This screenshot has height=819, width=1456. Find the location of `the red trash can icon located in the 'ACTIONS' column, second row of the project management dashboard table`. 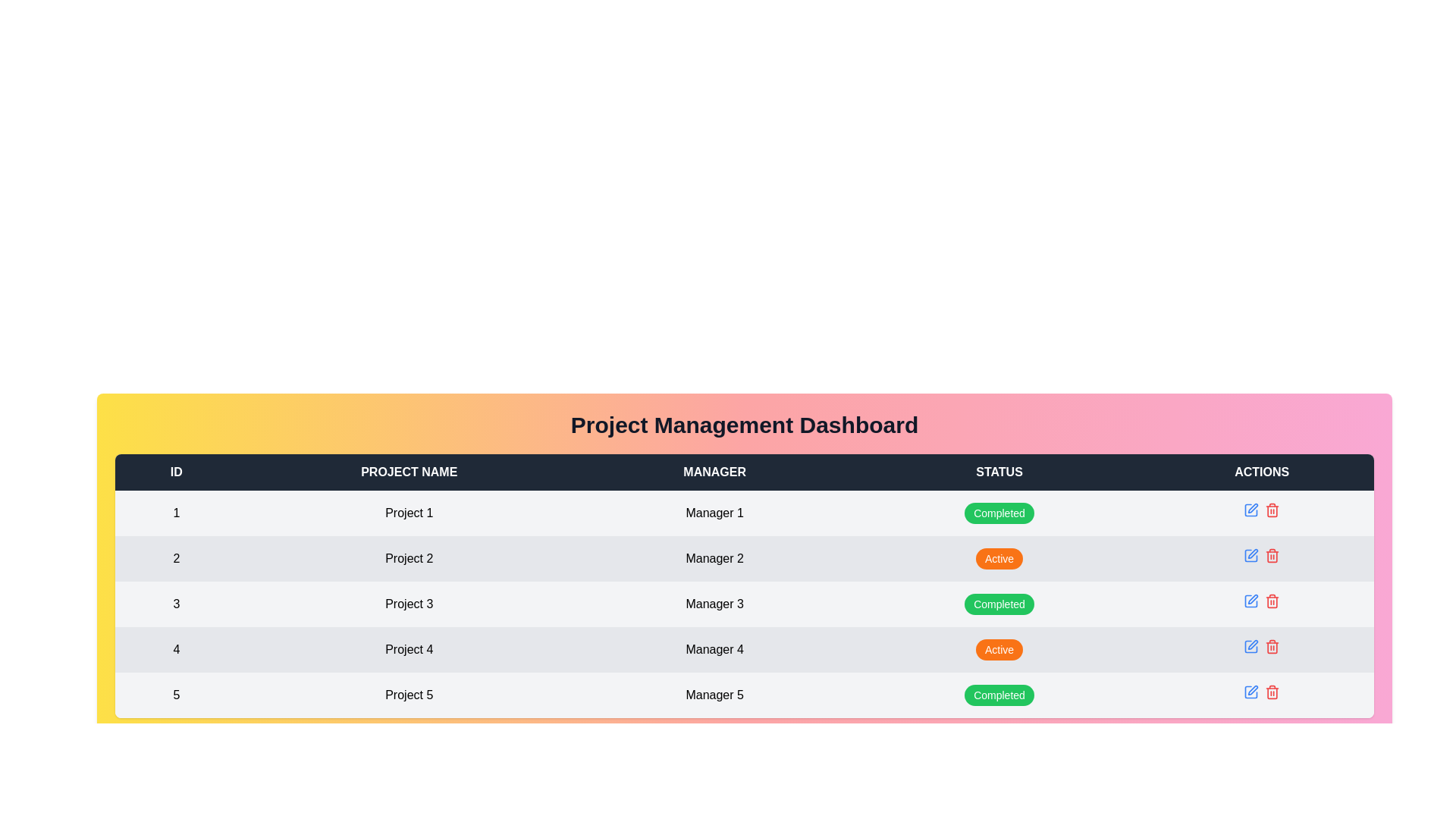

the red trash can icon located in the 'ACTIONS' column, second row of the project management dashboard table is located at coordinates (1272, 555).